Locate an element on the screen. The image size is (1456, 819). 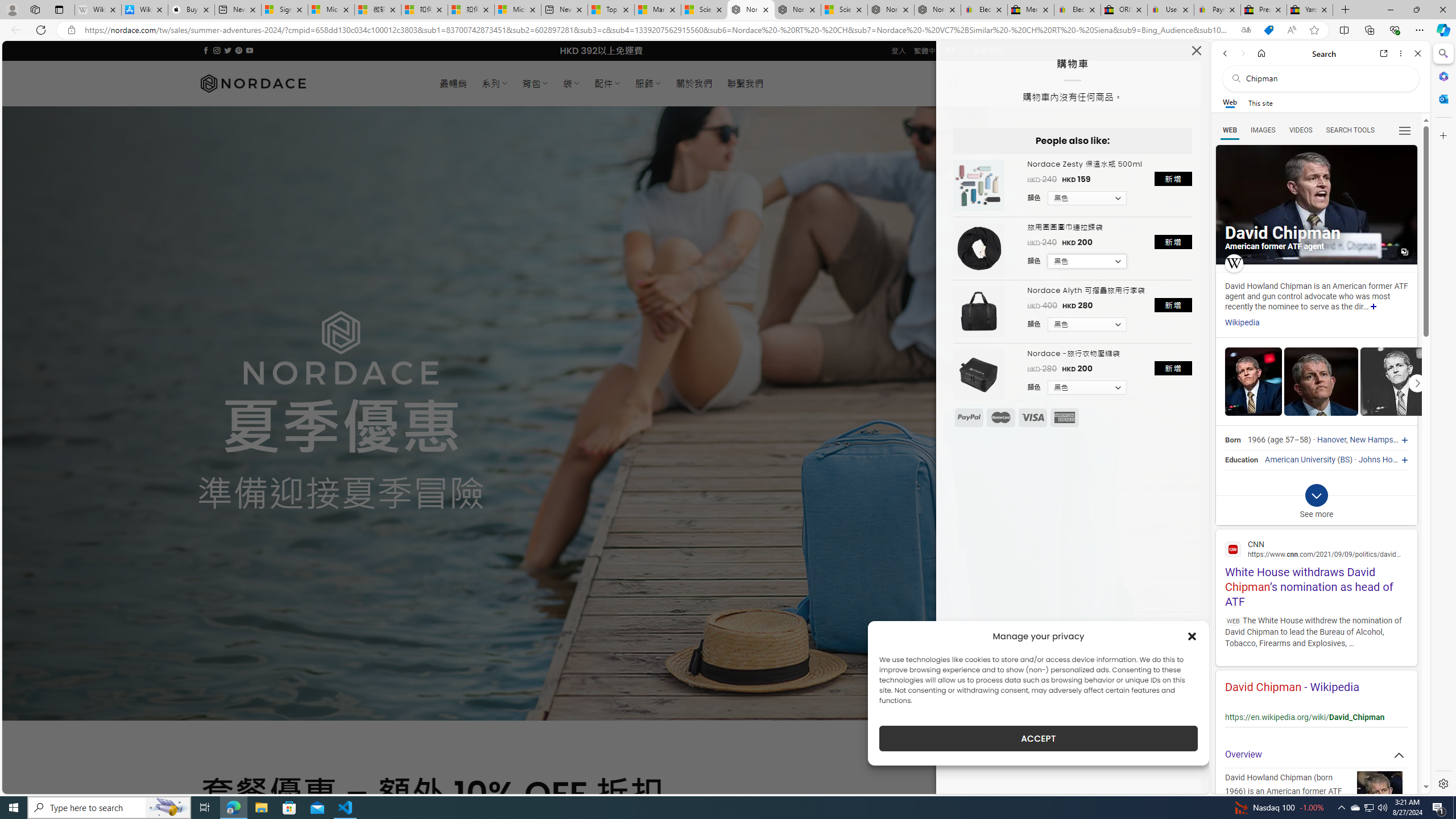
'Workspaces' is located at coordinates (35, 9).